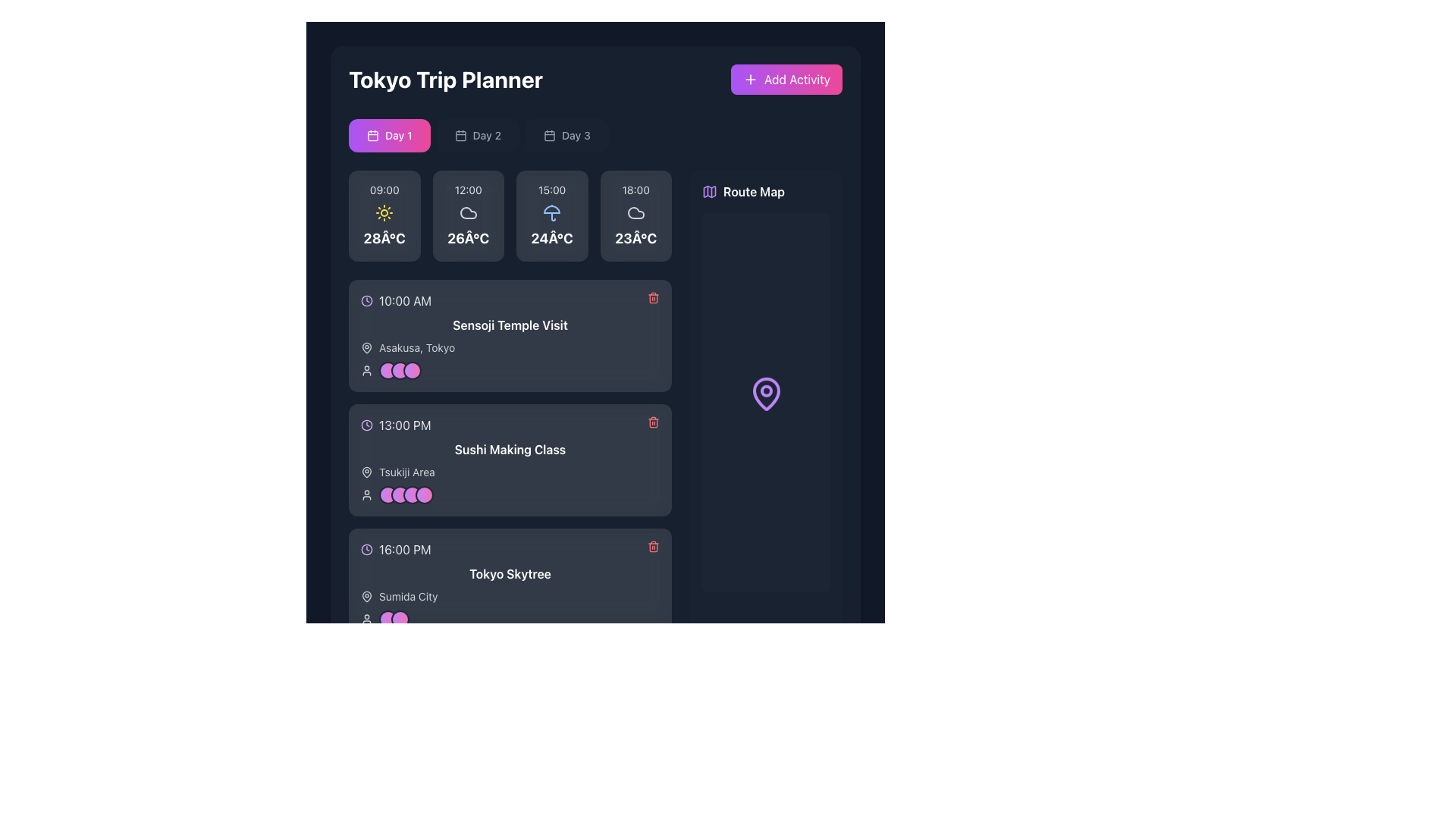  What do you see at coordinates (367, 472) in the screenshot?
I see `the icon located to the left of the 'Tsukiji Area' text in the second card of the schedule section under 'Sushi Making Class'` at bounding box center [367, 472].